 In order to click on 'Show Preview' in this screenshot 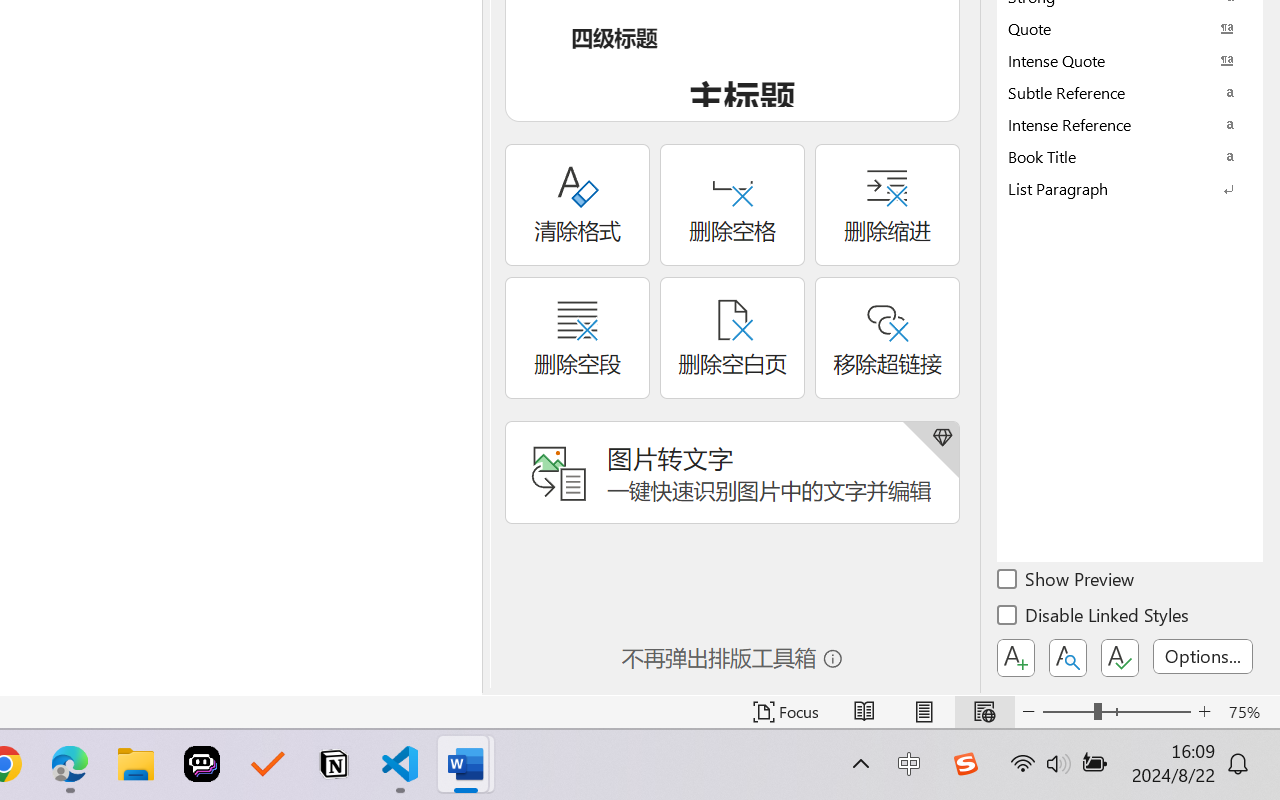, I will do `click(1066, 581)`.